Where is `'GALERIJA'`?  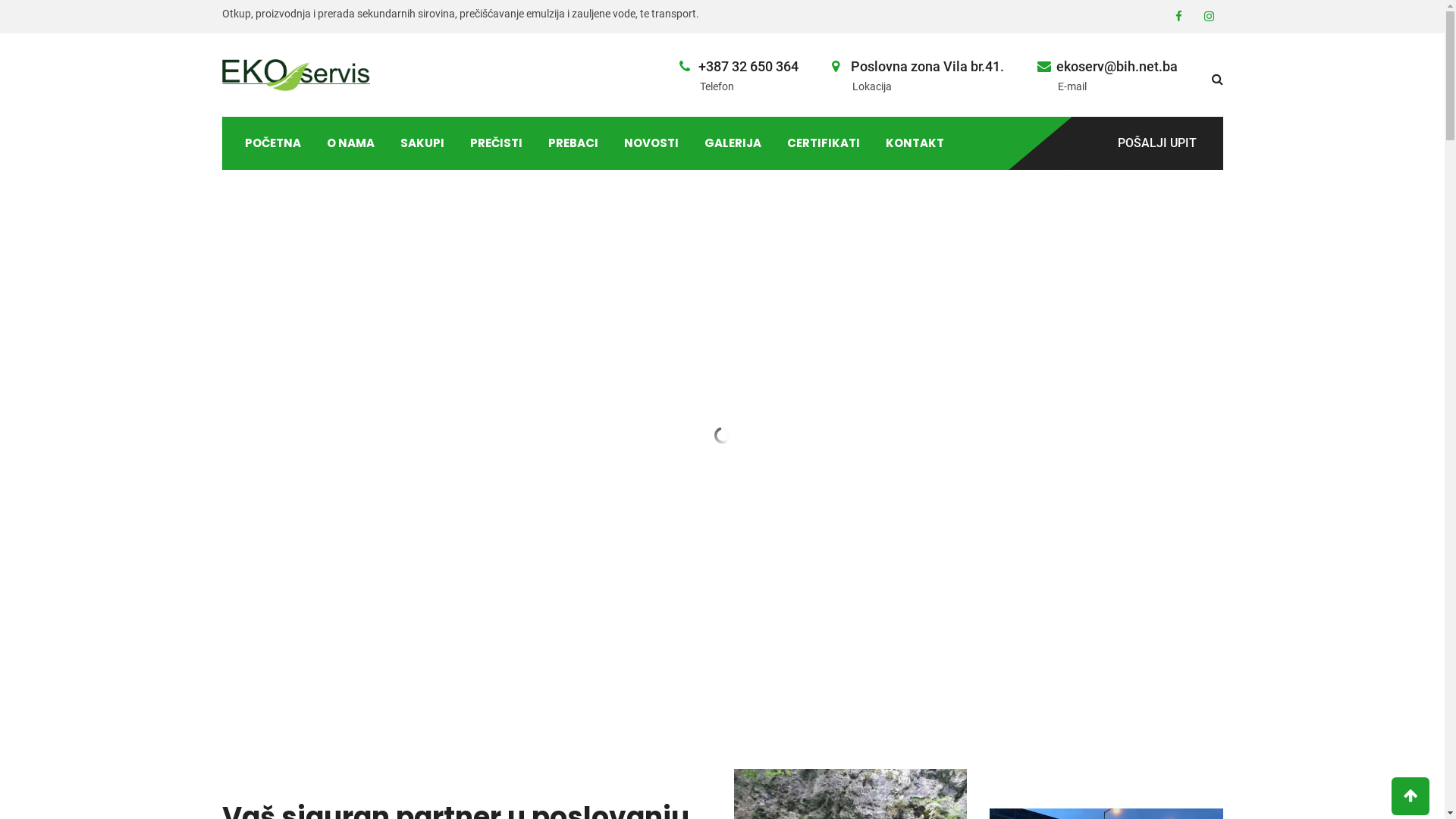 'GALERIJA' is located at coordinates (692, 143).